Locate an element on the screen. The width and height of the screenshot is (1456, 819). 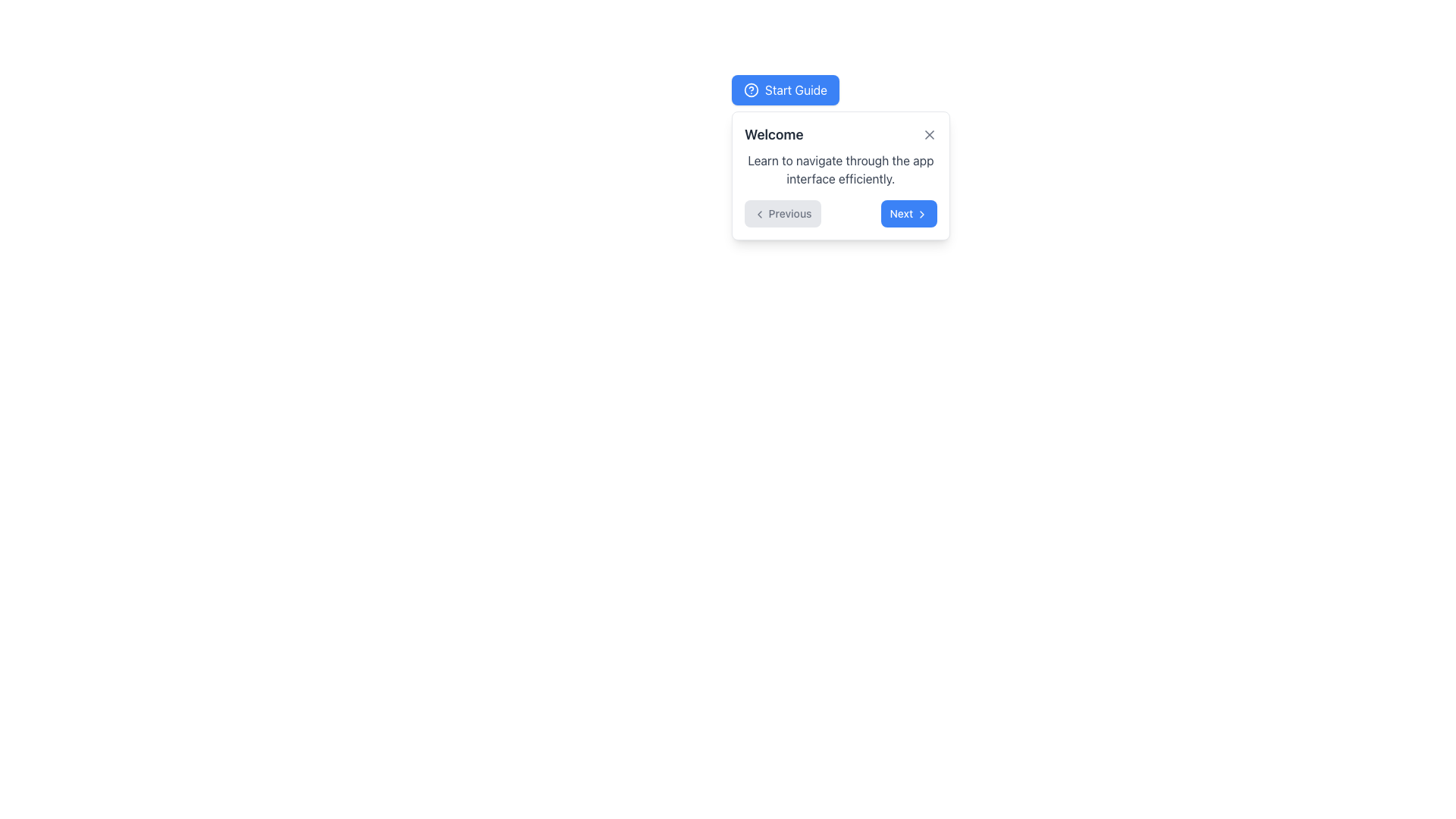
the Icon located within the 'Start Guide' button, which serves as a visual indicator for help or information is located at coordinates (751, 90).